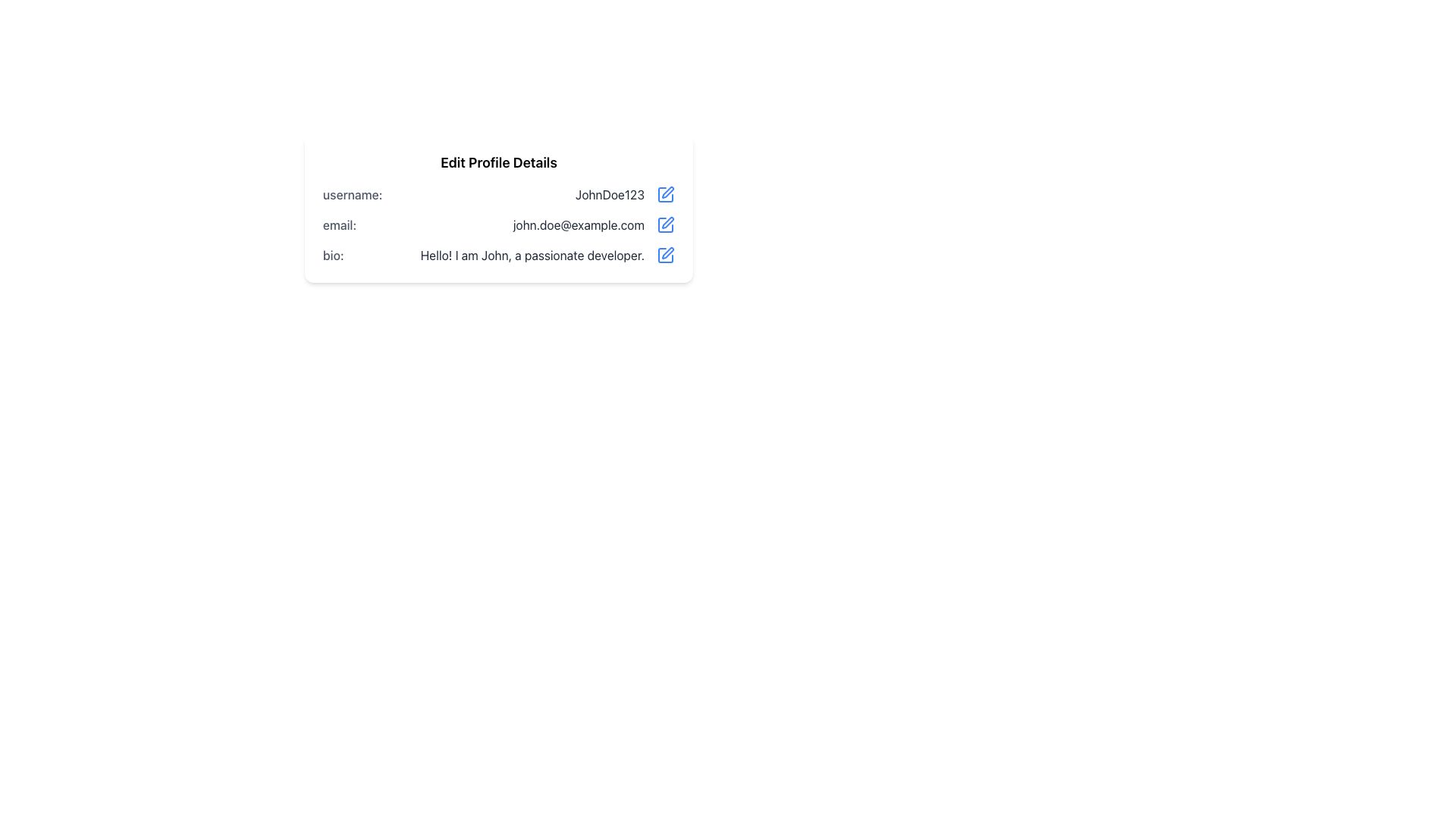 This screenshot has height=819, width=1456. What do you see at coordinates (667, 192) in the screenshot?
I see `the edit icon located to the right of the 'username:' field in the 'Edit Profile Details' section` at bounding box center [667, 192].